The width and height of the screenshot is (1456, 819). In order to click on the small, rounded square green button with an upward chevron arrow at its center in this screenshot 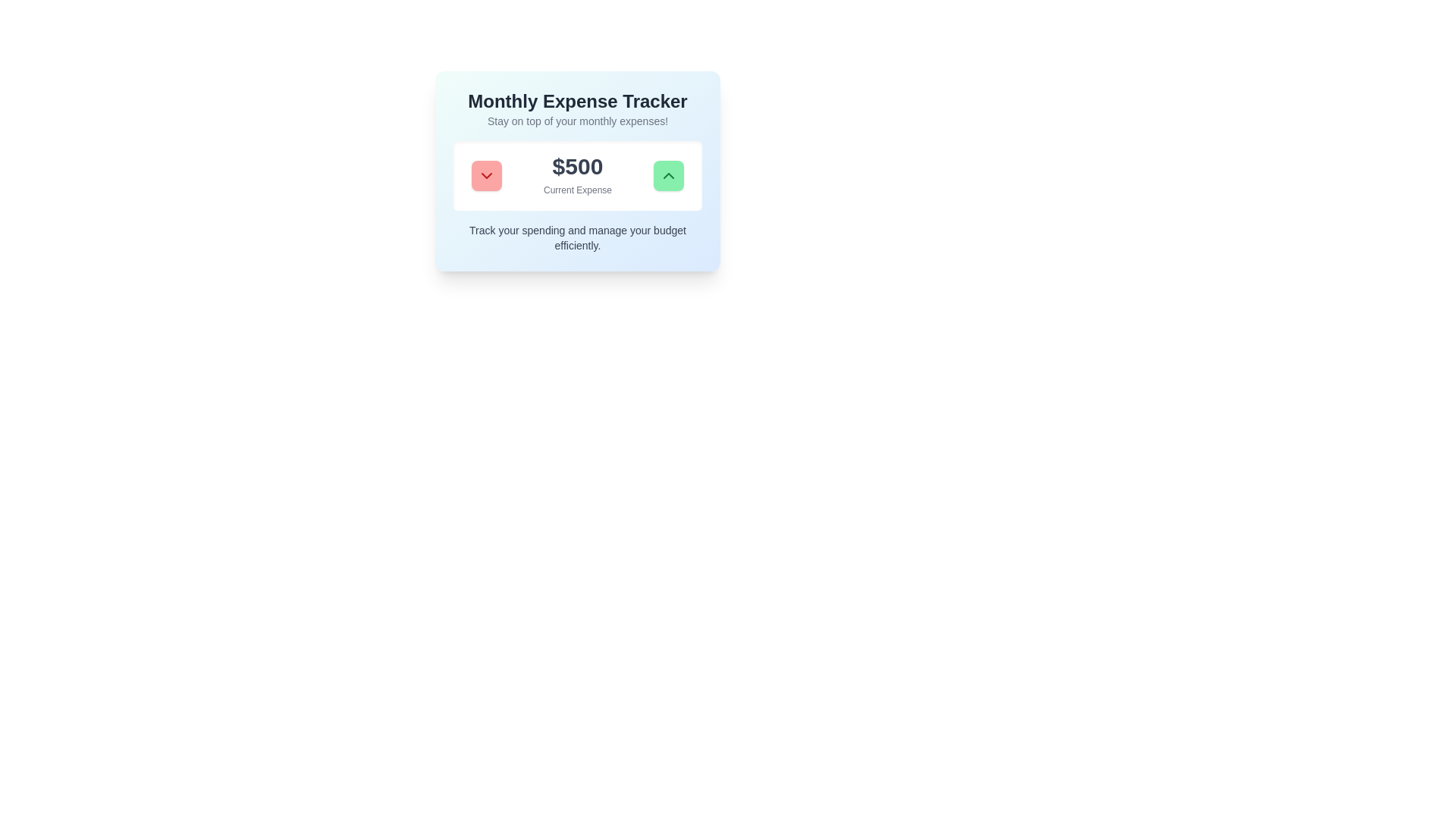, I will do `click(668, 174)`.